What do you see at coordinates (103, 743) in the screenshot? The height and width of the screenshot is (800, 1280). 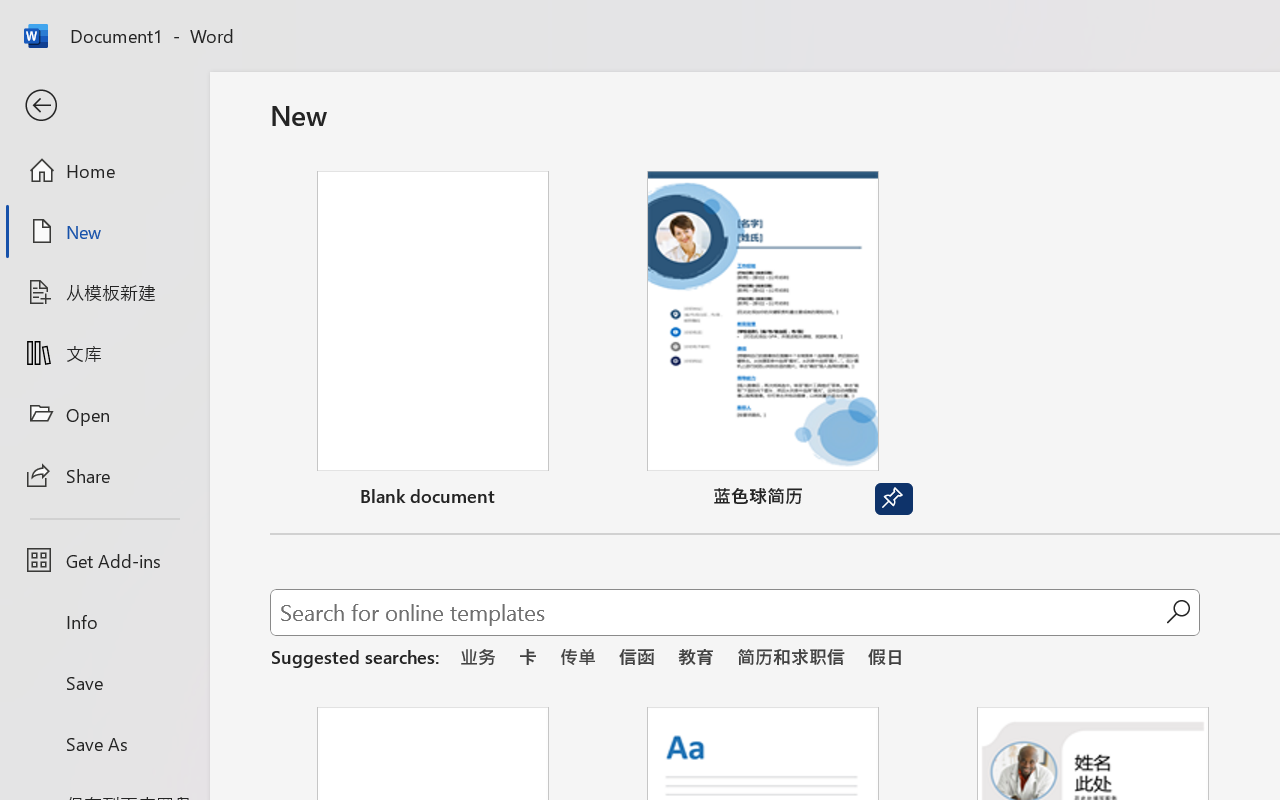 I see `'Save As'` at bounding box center [103, 743].